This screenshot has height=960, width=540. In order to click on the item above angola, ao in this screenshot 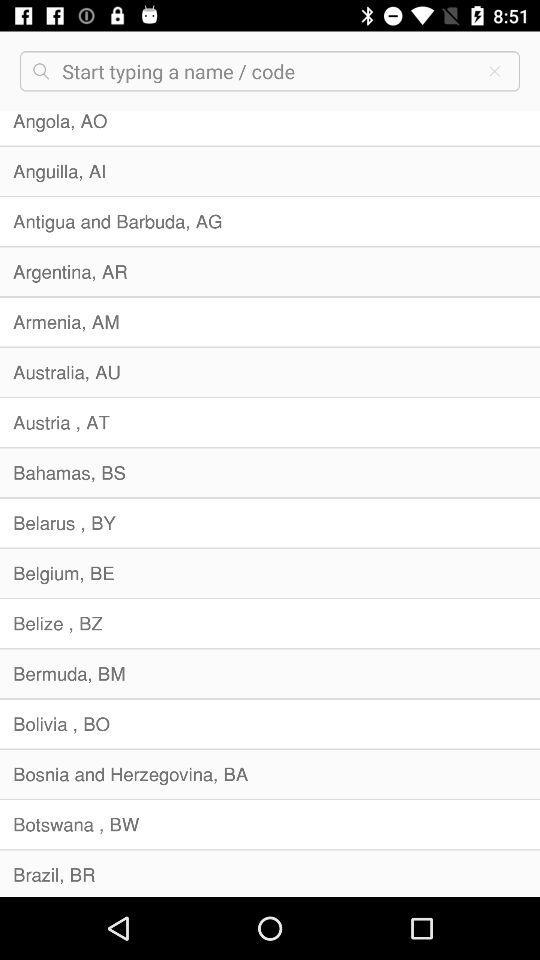, I will do `click(493, 71)`.